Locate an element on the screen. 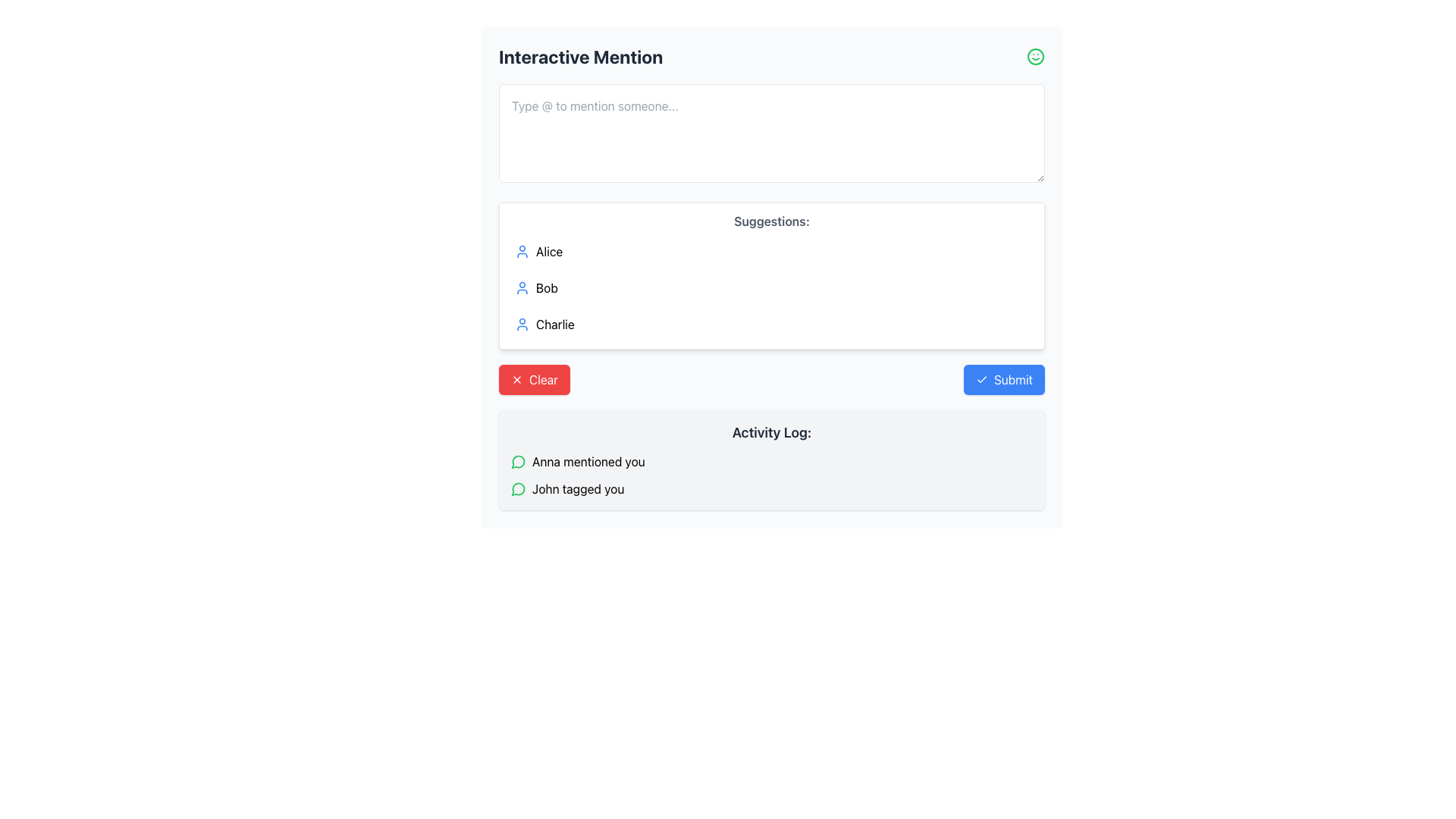 The height and width of the screenshot is (819, 1456). the green speech bubble icon located to the left of the text 'Anna mentioned you' in the 'Activity Log' section is located at coordinates (519, 461).